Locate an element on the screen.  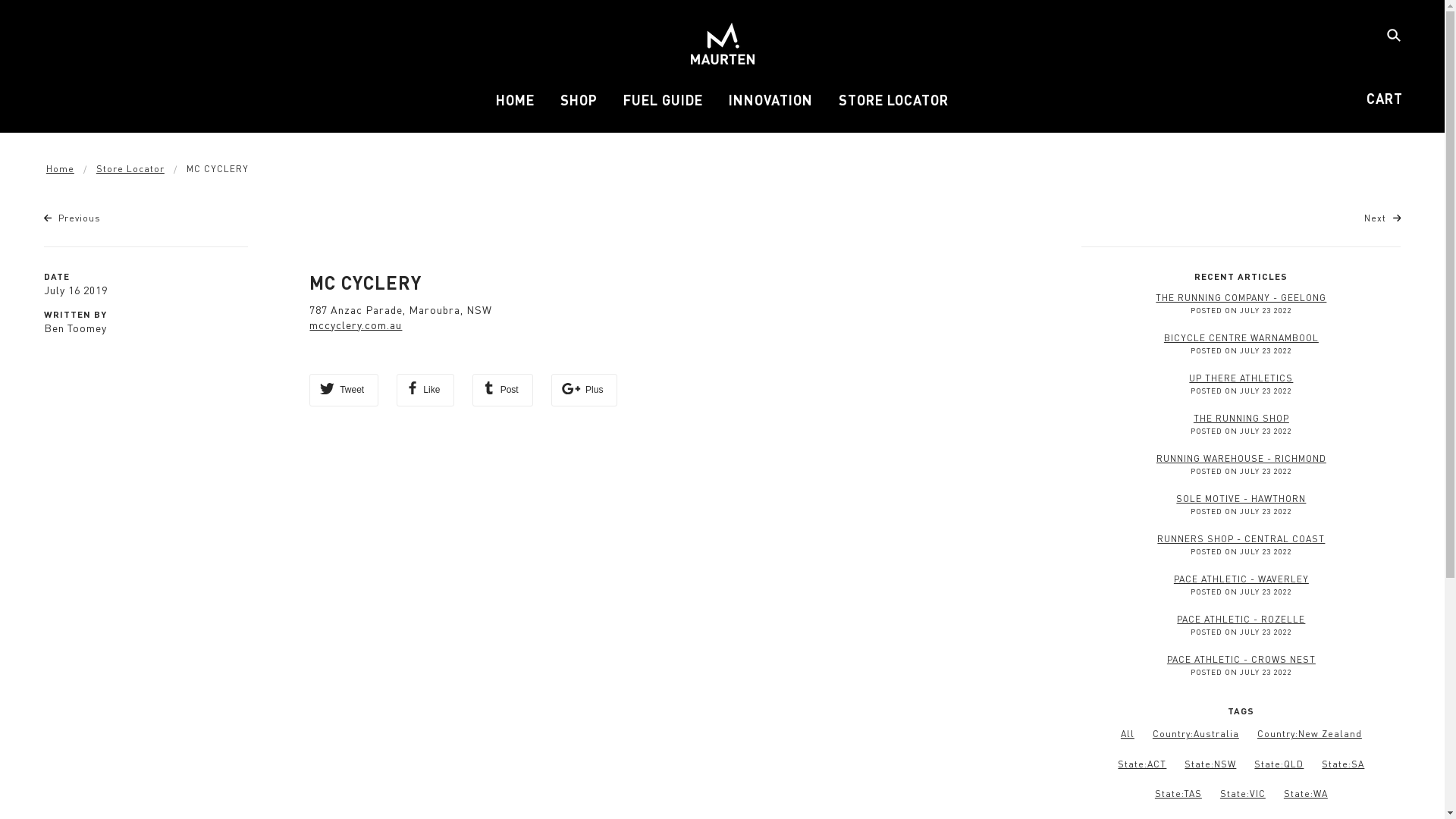
'UP THERE ATHLETICS' is located at coordinates (1241, 377).